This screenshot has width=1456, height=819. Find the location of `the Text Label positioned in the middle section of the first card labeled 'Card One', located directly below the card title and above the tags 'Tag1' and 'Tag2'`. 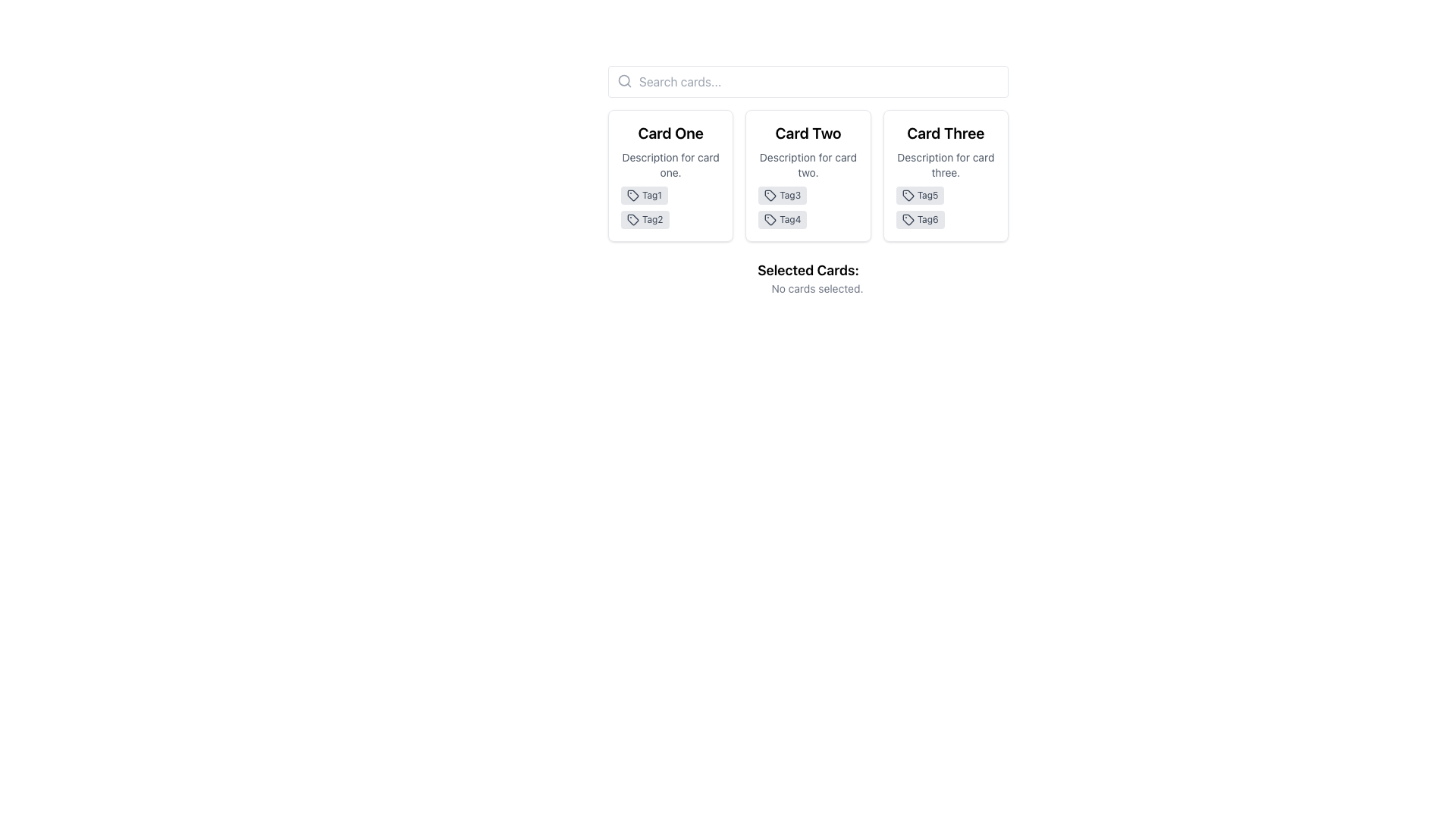

the Text Label positioned in the middle section of the first card labeled 'Card One', located directly below the card title and above the tags 'Tag1' and 'Tag2' is located at coordinates (670, 165).